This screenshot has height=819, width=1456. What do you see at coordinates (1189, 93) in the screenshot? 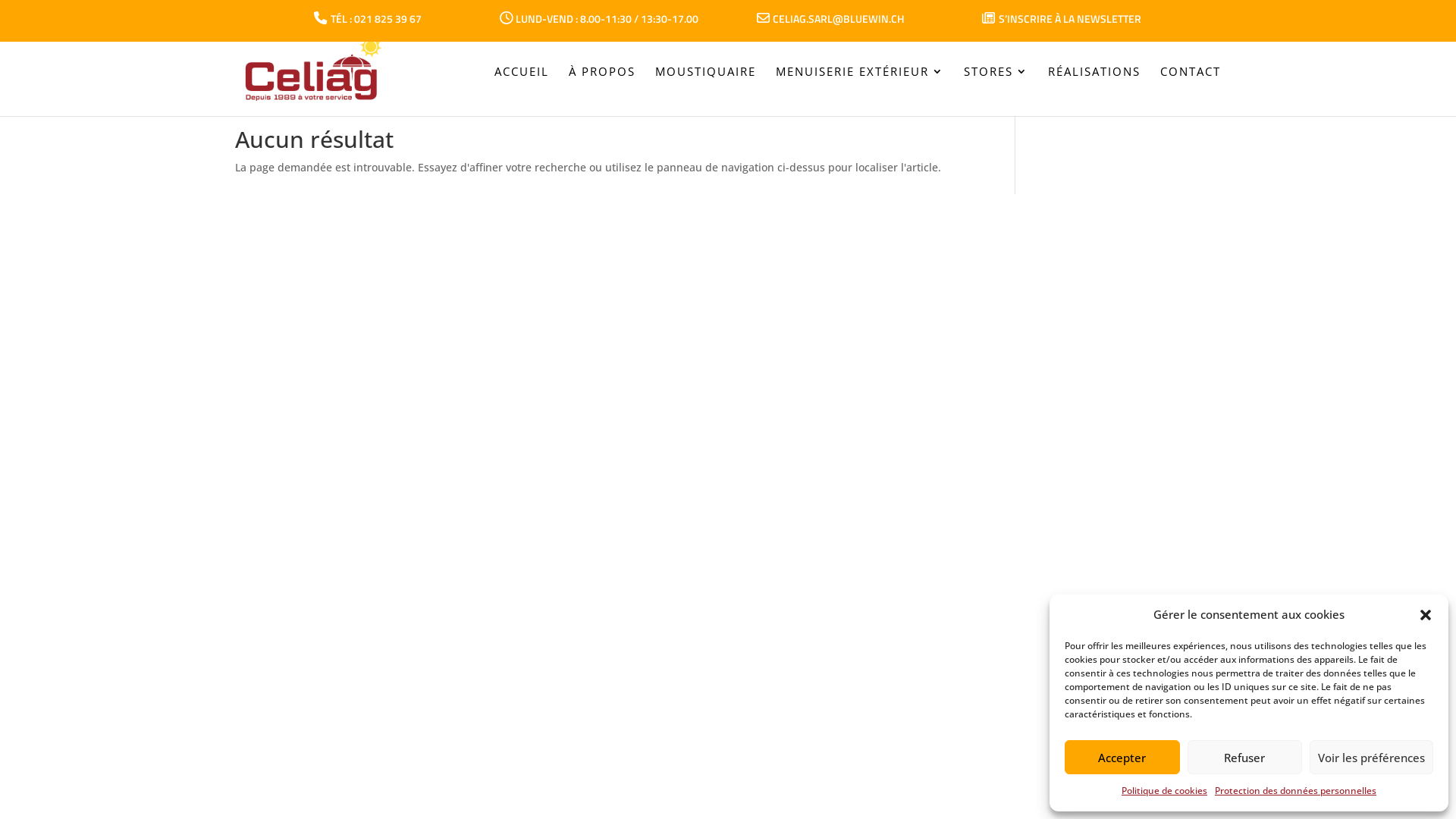
I see `'CONTACT'` at bounding box center [1189, 93].